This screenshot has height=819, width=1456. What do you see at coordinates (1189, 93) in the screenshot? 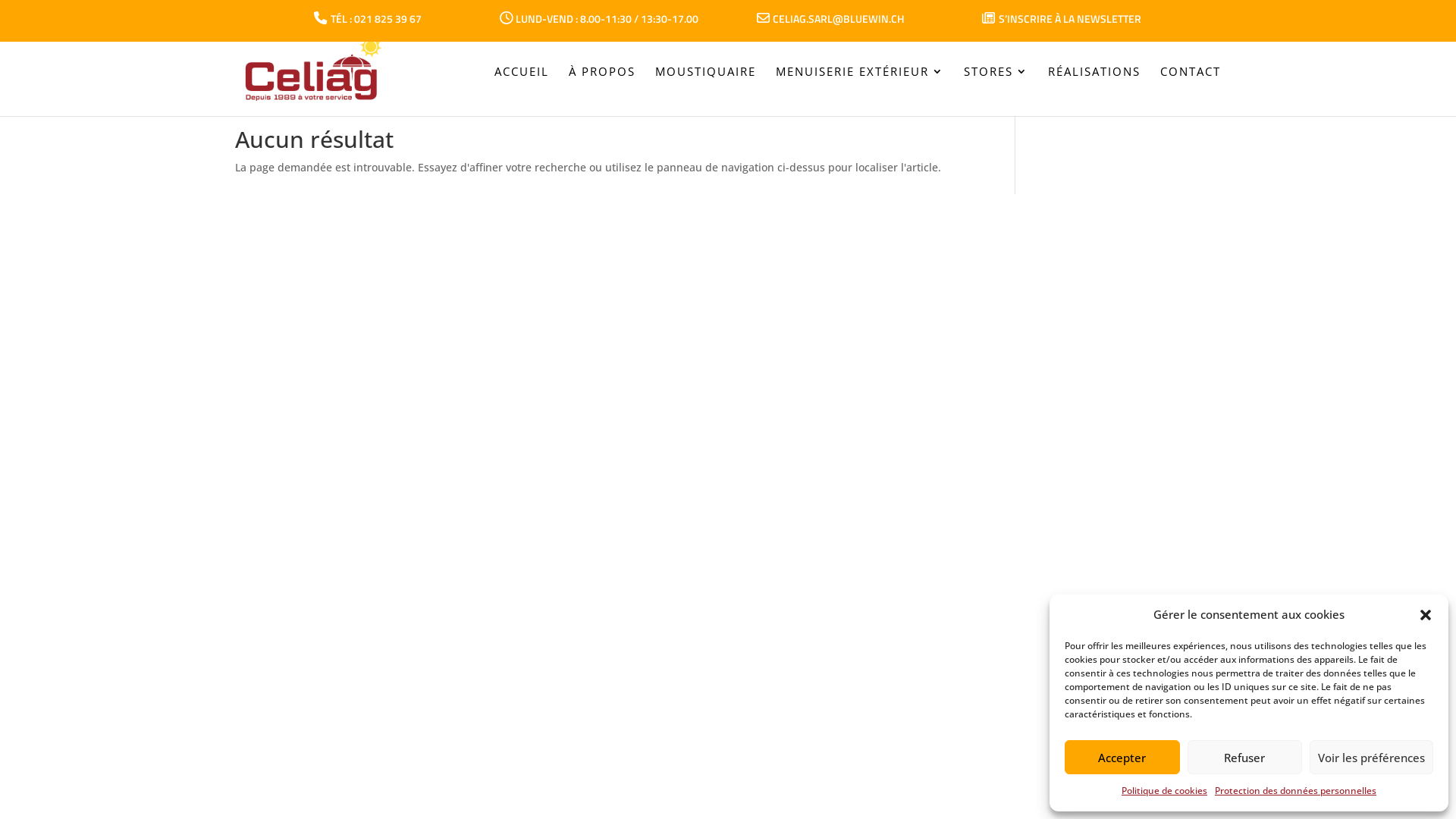
I see `'CONTACT'` at bounding box center [1189, 93].